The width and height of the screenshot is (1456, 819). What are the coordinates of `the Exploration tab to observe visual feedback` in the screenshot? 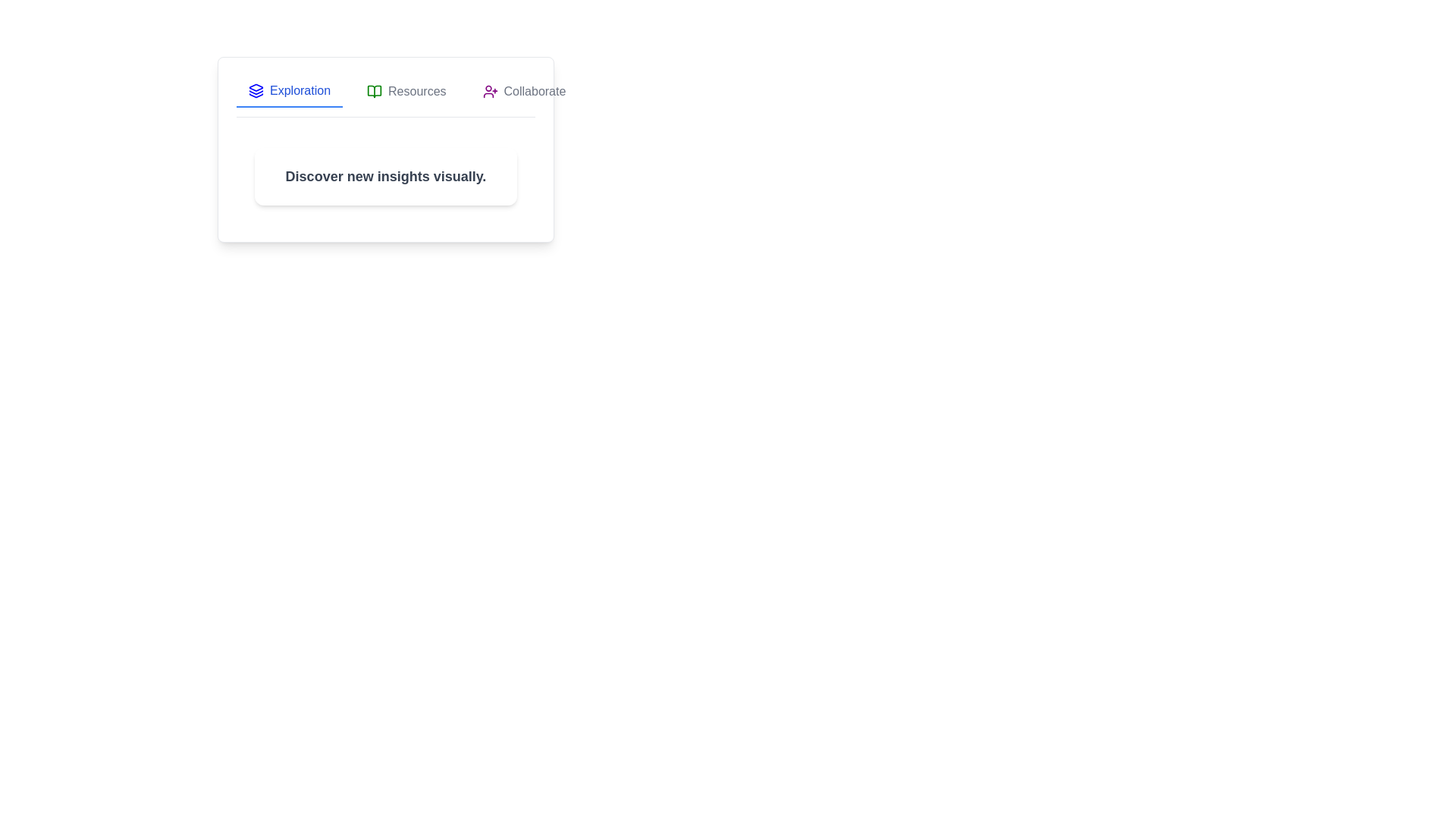 It's located at (290, 91).